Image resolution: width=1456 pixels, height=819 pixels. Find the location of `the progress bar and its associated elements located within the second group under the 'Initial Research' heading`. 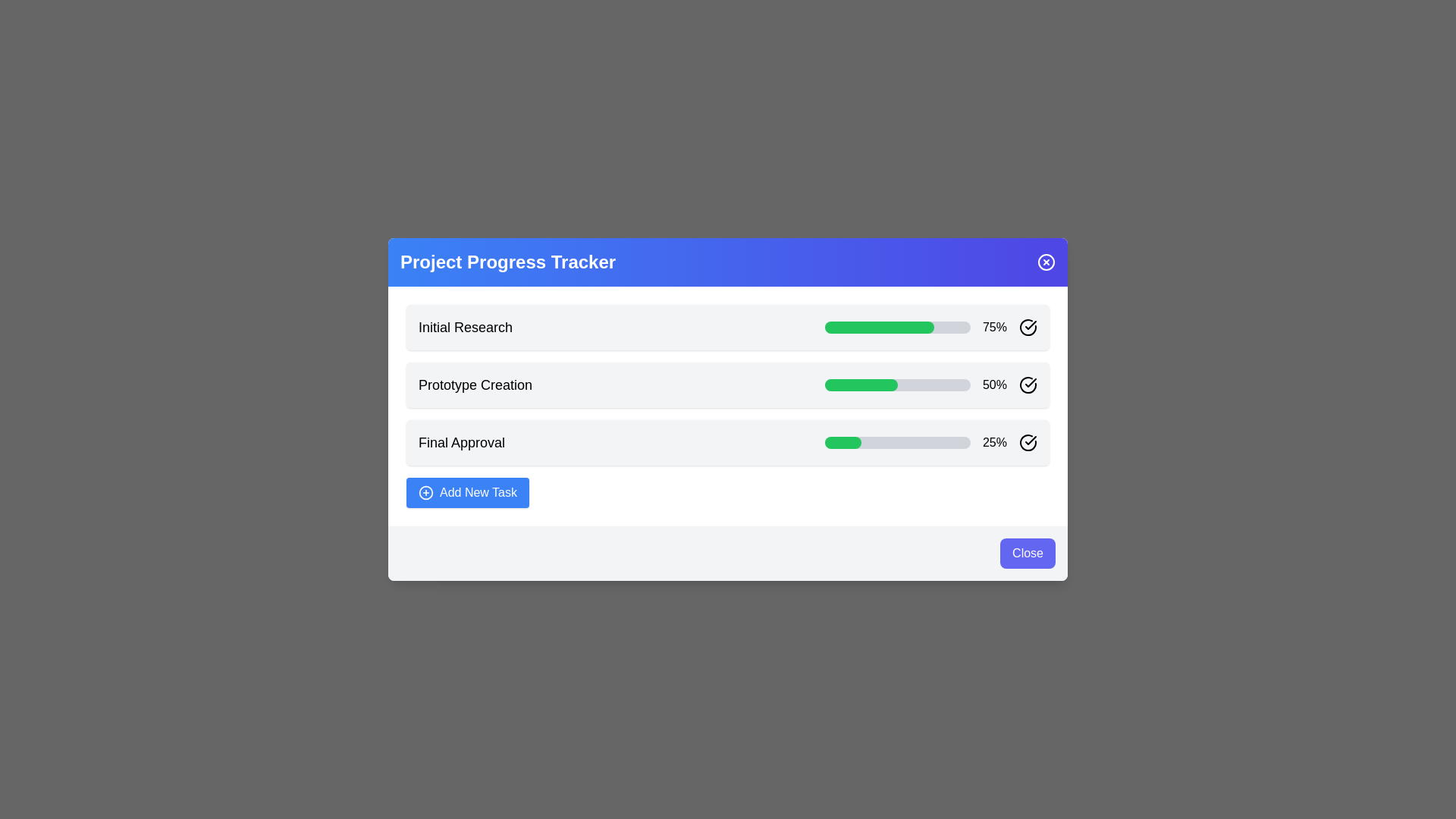

the progress bar and its associated elements located within the second group under the 'Initial Research' heading is located at coordinates (930, 327).